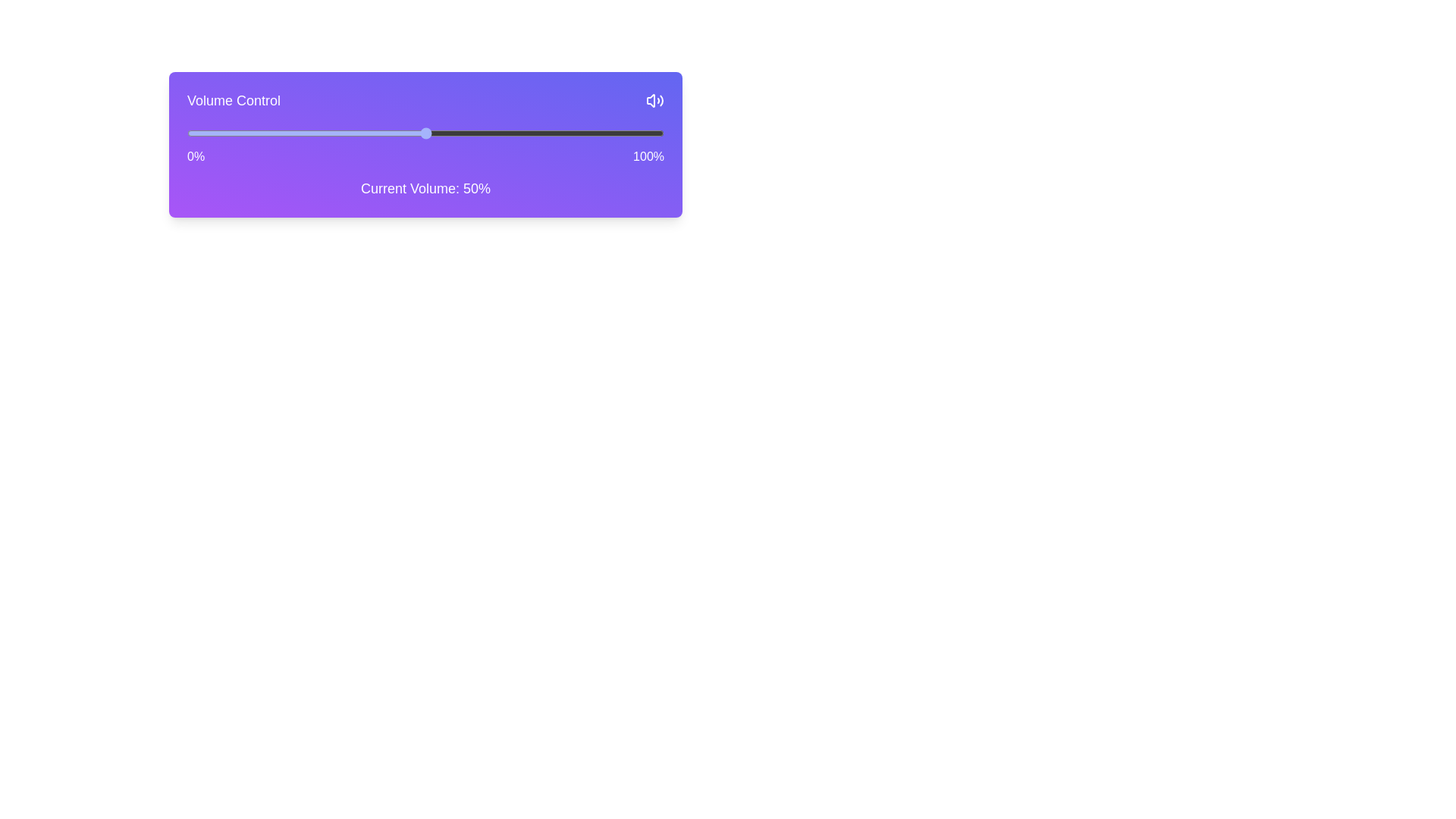  Describe the element at coordinates (425, 145) in the screenshot. I see `labels on the Volume control panel, which displays a range from '0%' to '100%' and the current volume at 'Current Volume: 50%'` at that location.